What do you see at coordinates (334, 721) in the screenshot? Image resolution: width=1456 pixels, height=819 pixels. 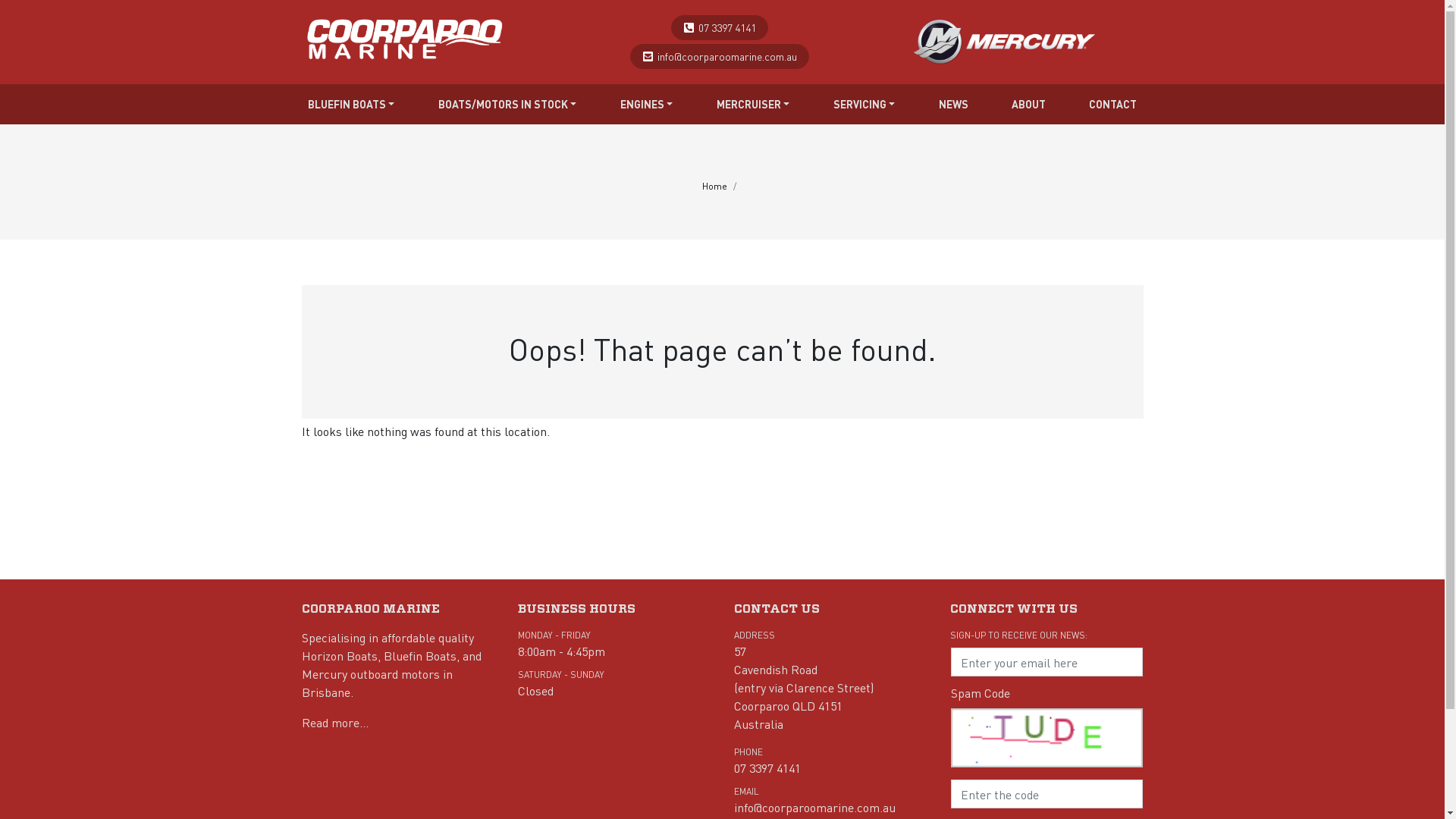 I see `'Read more...'` at bounding box center [334, 721].